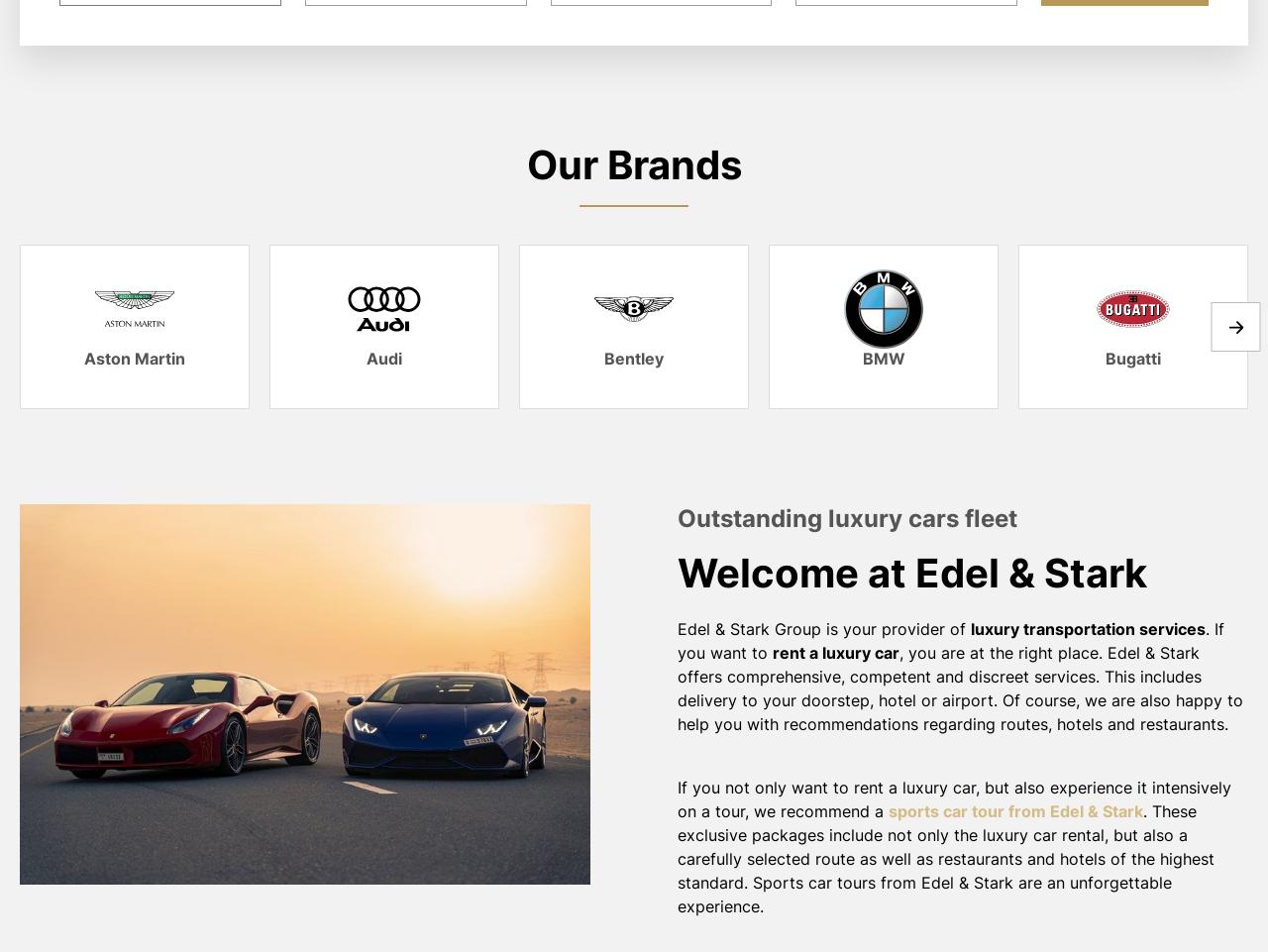 The width and height of the screenshot is (1268, 952). What do you see at coordinates (1133, 358) in the screenshot?
I see `'Bugatti'` at bounding box center [1133, 358].